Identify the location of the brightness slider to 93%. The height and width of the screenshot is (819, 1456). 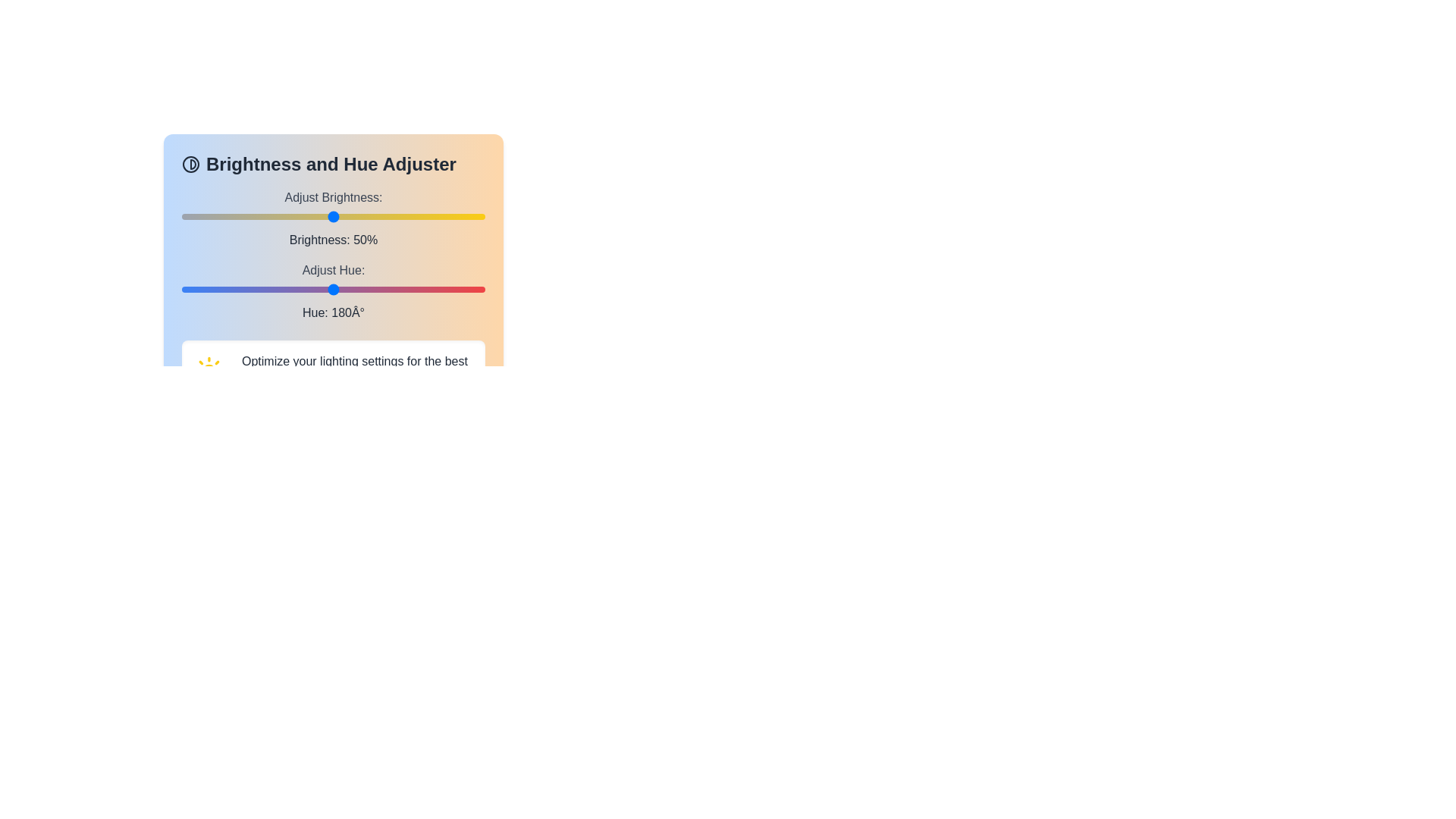
(463, 216).